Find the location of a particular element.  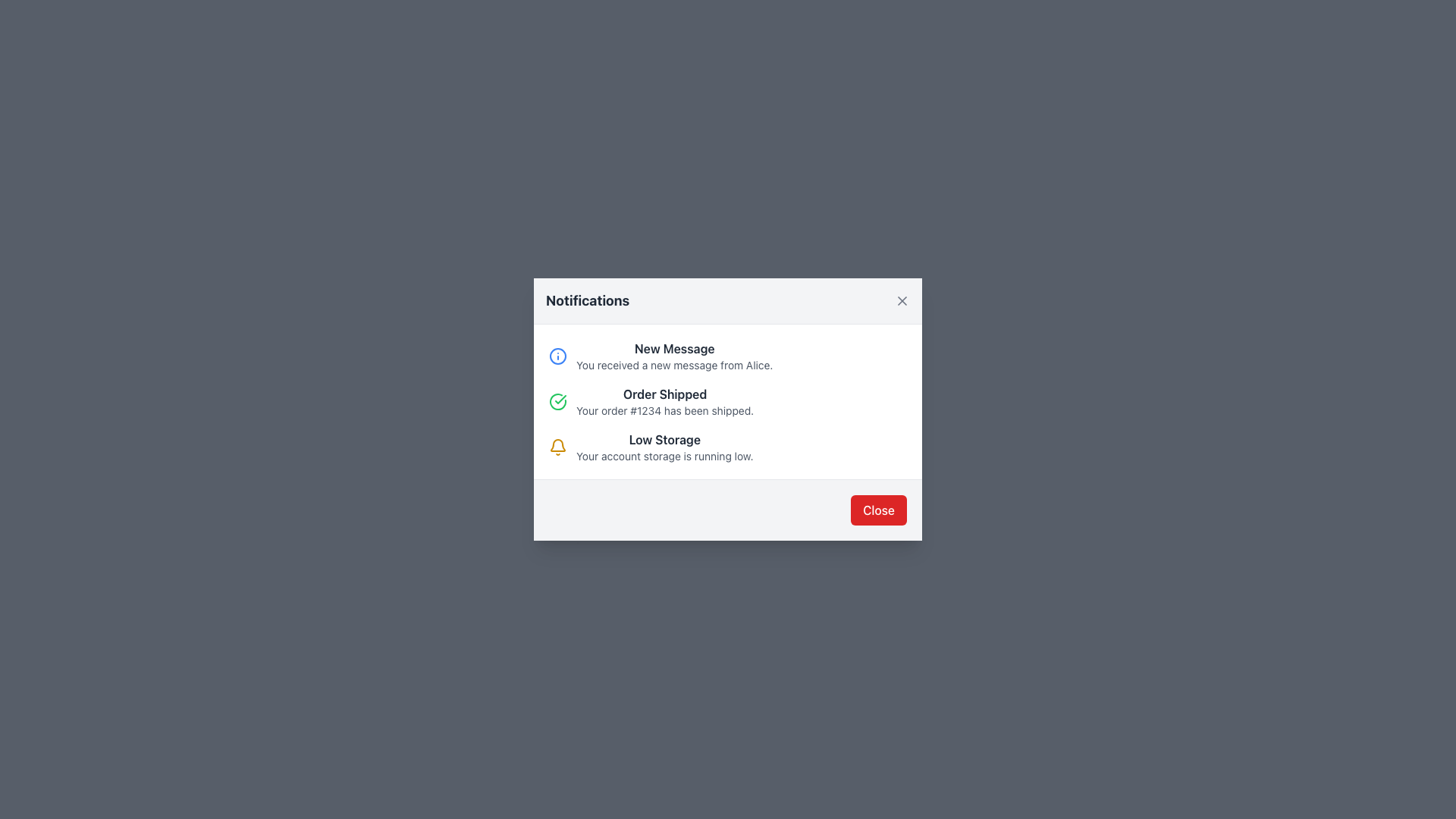

the 'Order Shipped' icon located to the left of the 'Order Shipped' text within the notification card is located at coordinates (557, 400).